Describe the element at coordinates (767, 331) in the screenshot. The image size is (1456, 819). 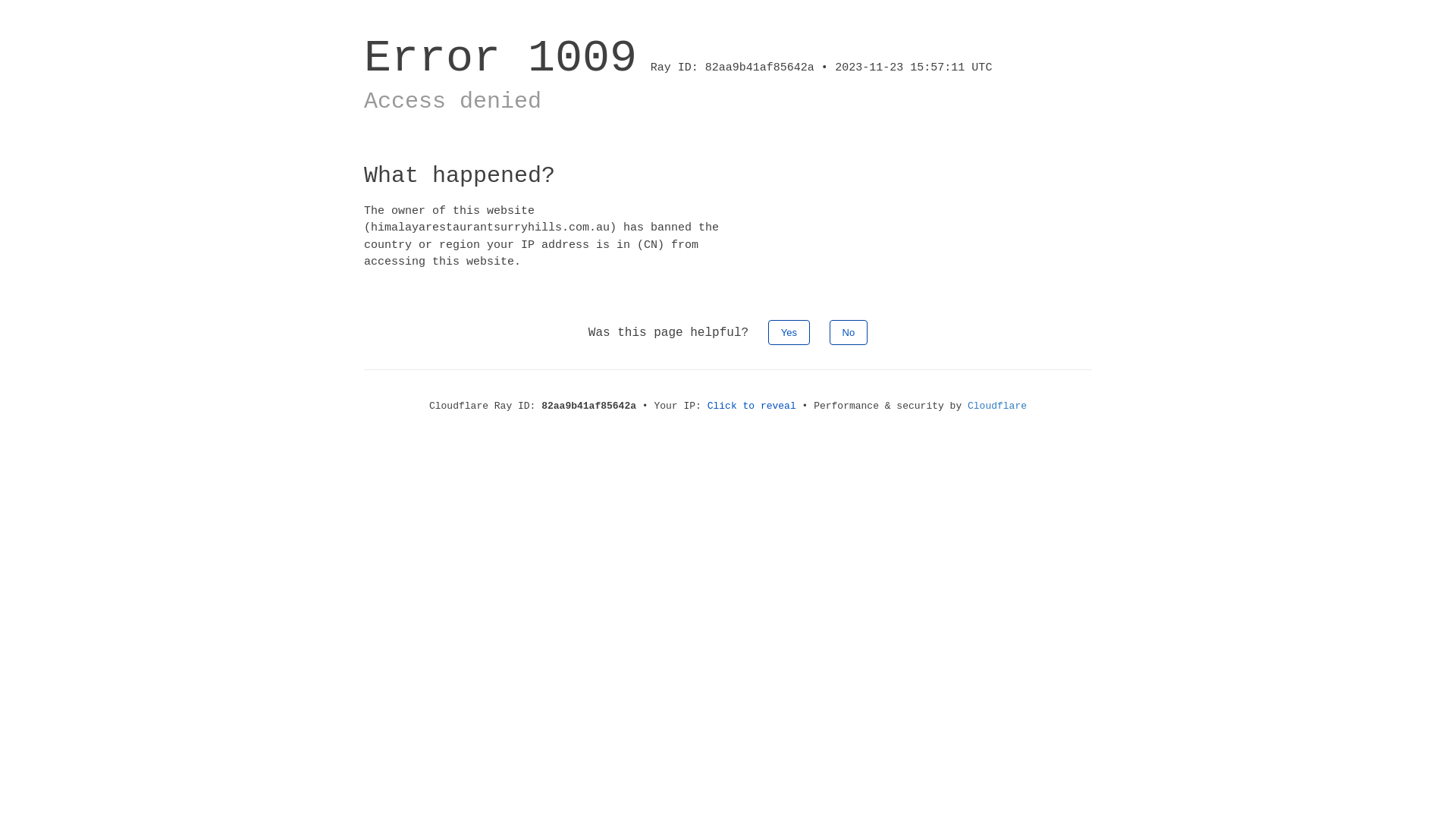
I see `'Yes'` at that location.